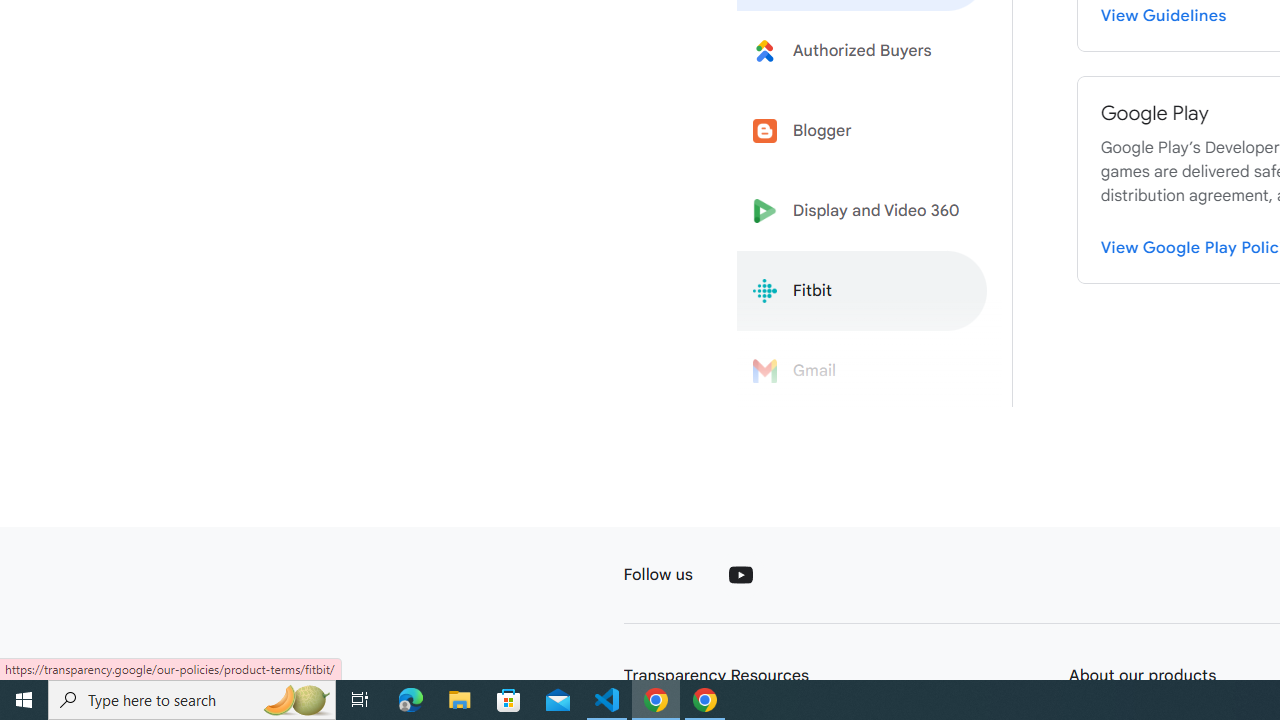  Describe the element at coordinates (862, 211) in the screenshot. I see `'Display and Video 360'` at that location.